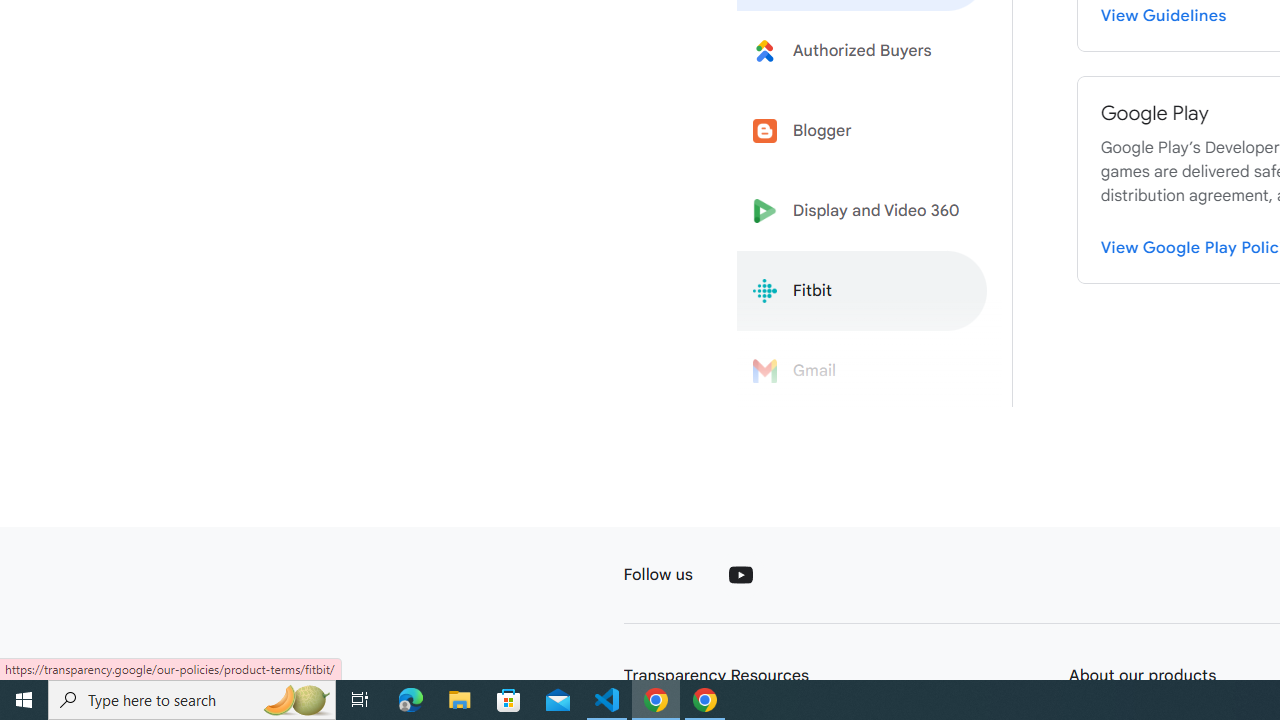  Describe the element at coordinates (862, 211) in the screenshot. I see `'Display and Video 360'` at that location.